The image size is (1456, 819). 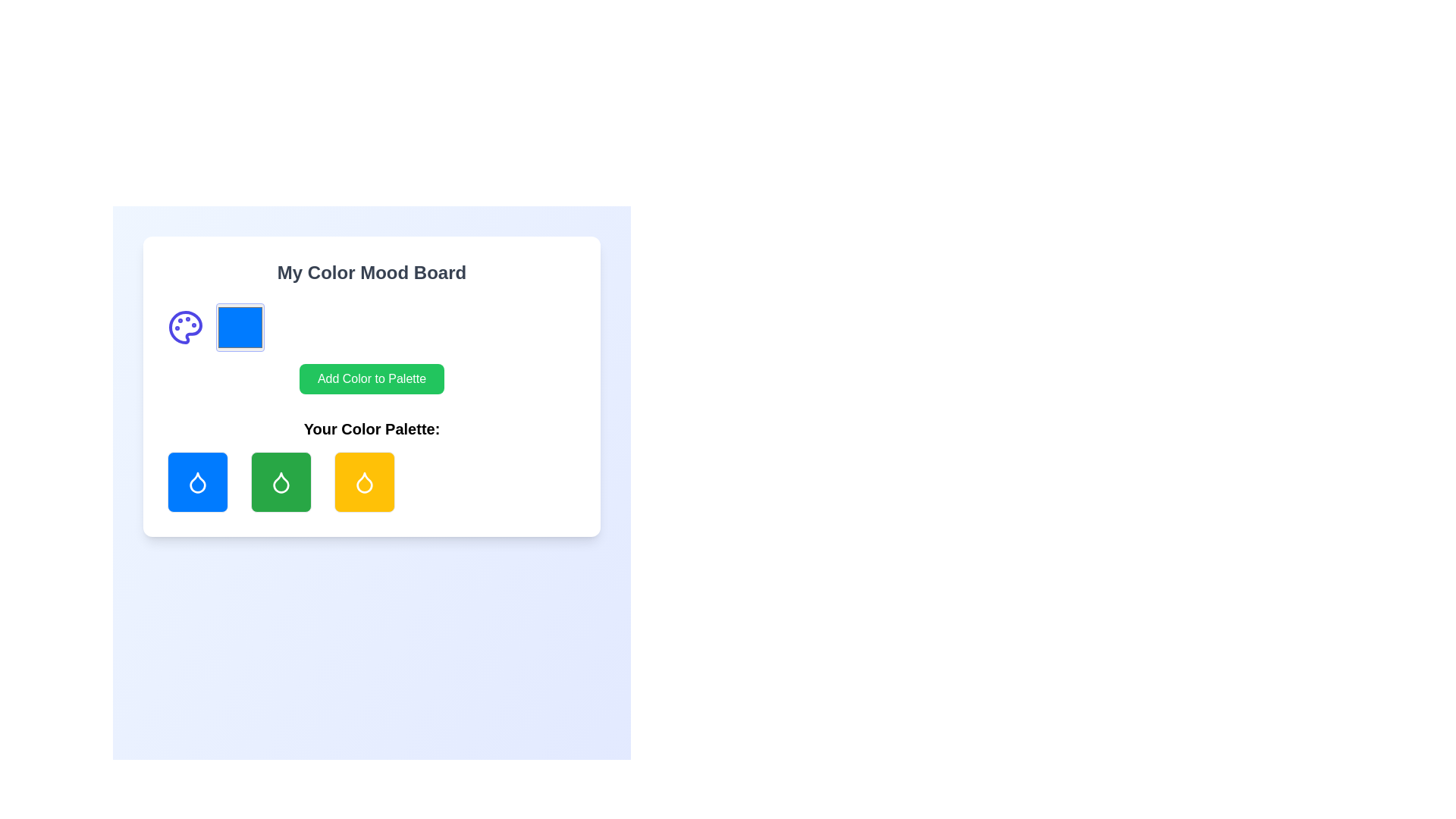 I want to click on the color palette icon located in the center of the green box under 'Your Color Palette', so click(x=281, y=482).